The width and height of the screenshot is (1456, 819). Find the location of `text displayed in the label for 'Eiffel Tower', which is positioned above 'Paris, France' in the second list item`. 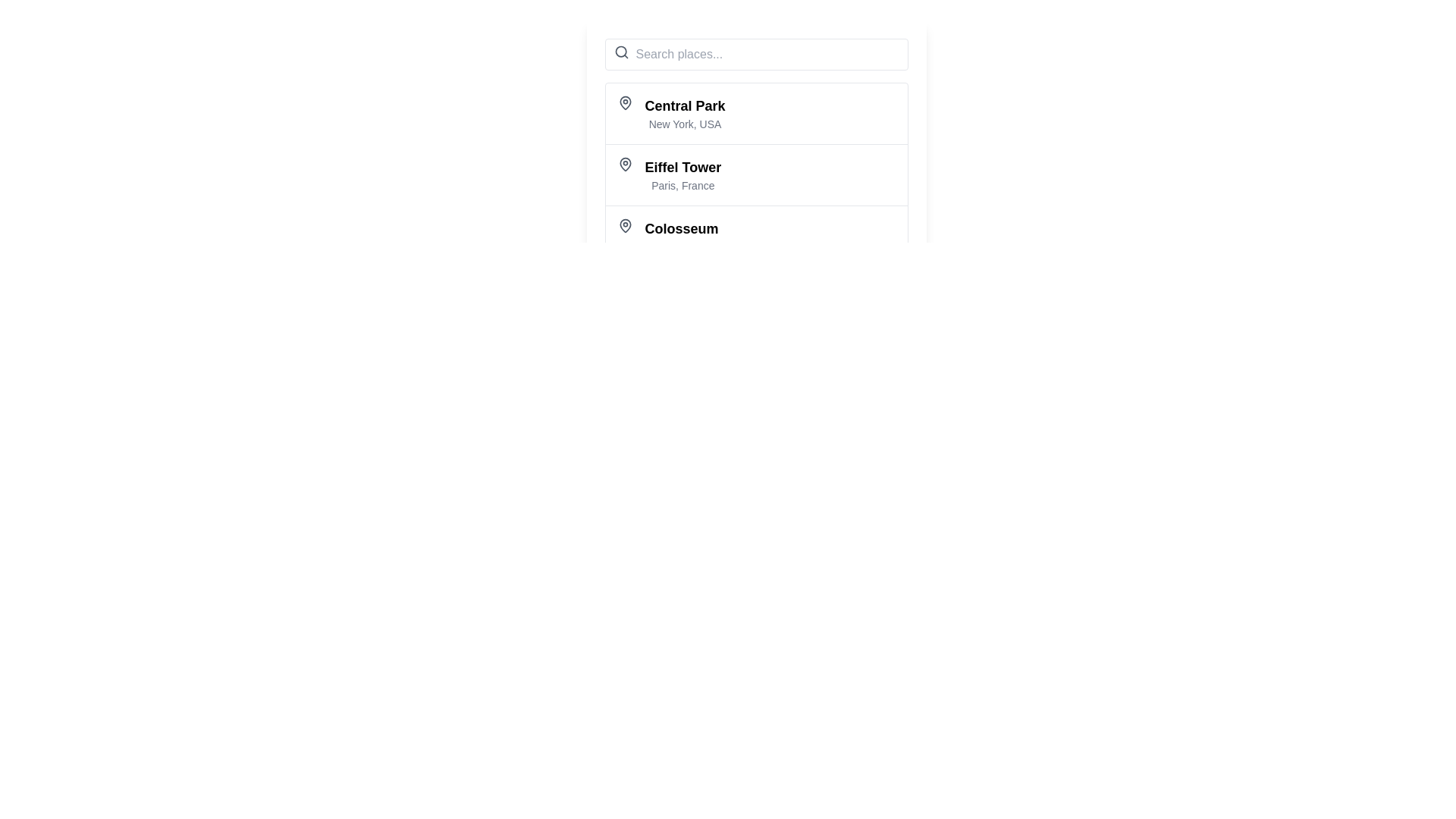

text displayed in the label for 'Eiffel Tower', which is positioned above 'Paris, France' in the second list item is located at coordinates (682, 167).